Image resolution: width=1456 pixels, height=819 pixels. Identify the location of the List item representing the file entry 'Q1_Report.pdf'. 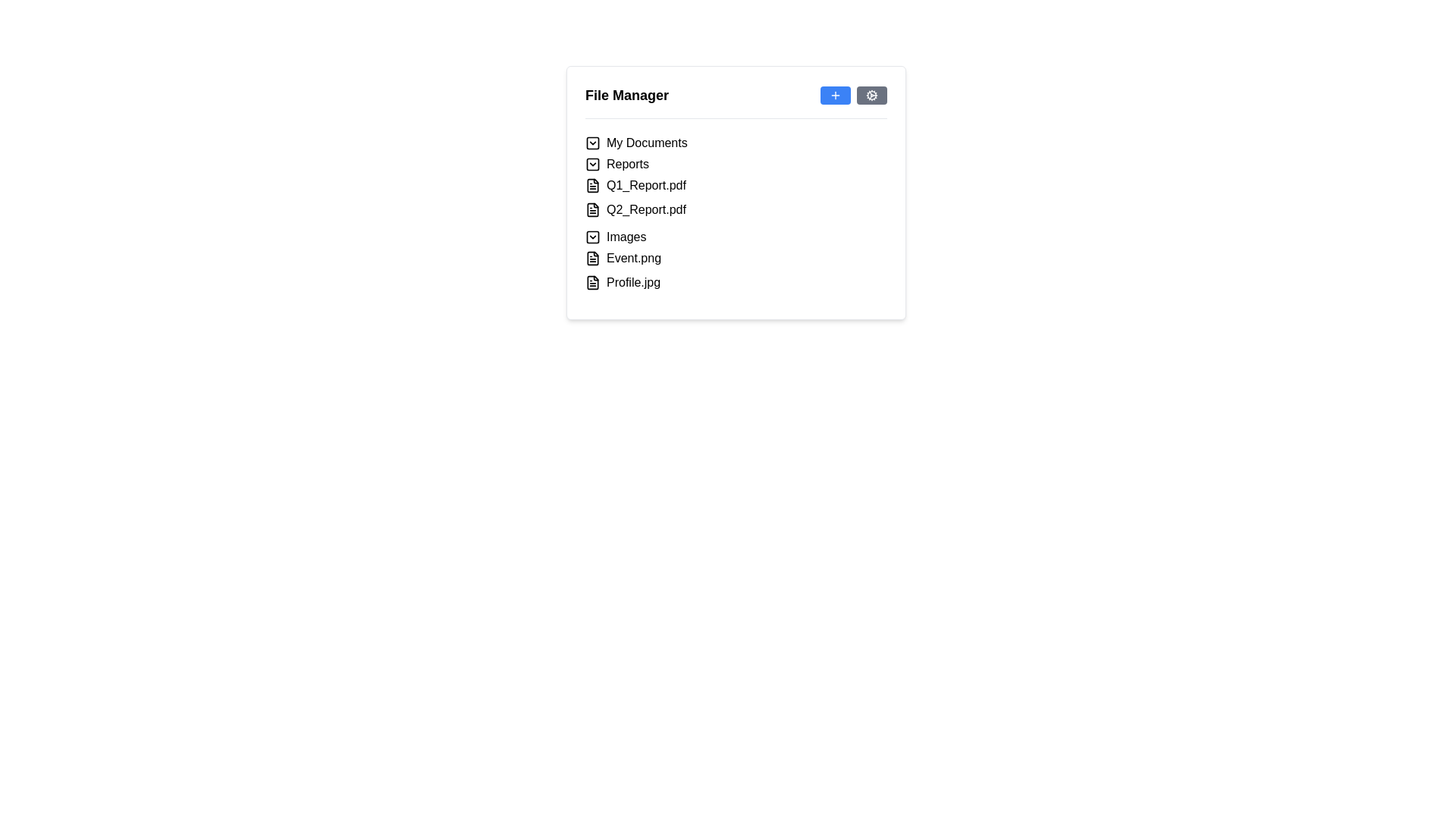
(736, 185).